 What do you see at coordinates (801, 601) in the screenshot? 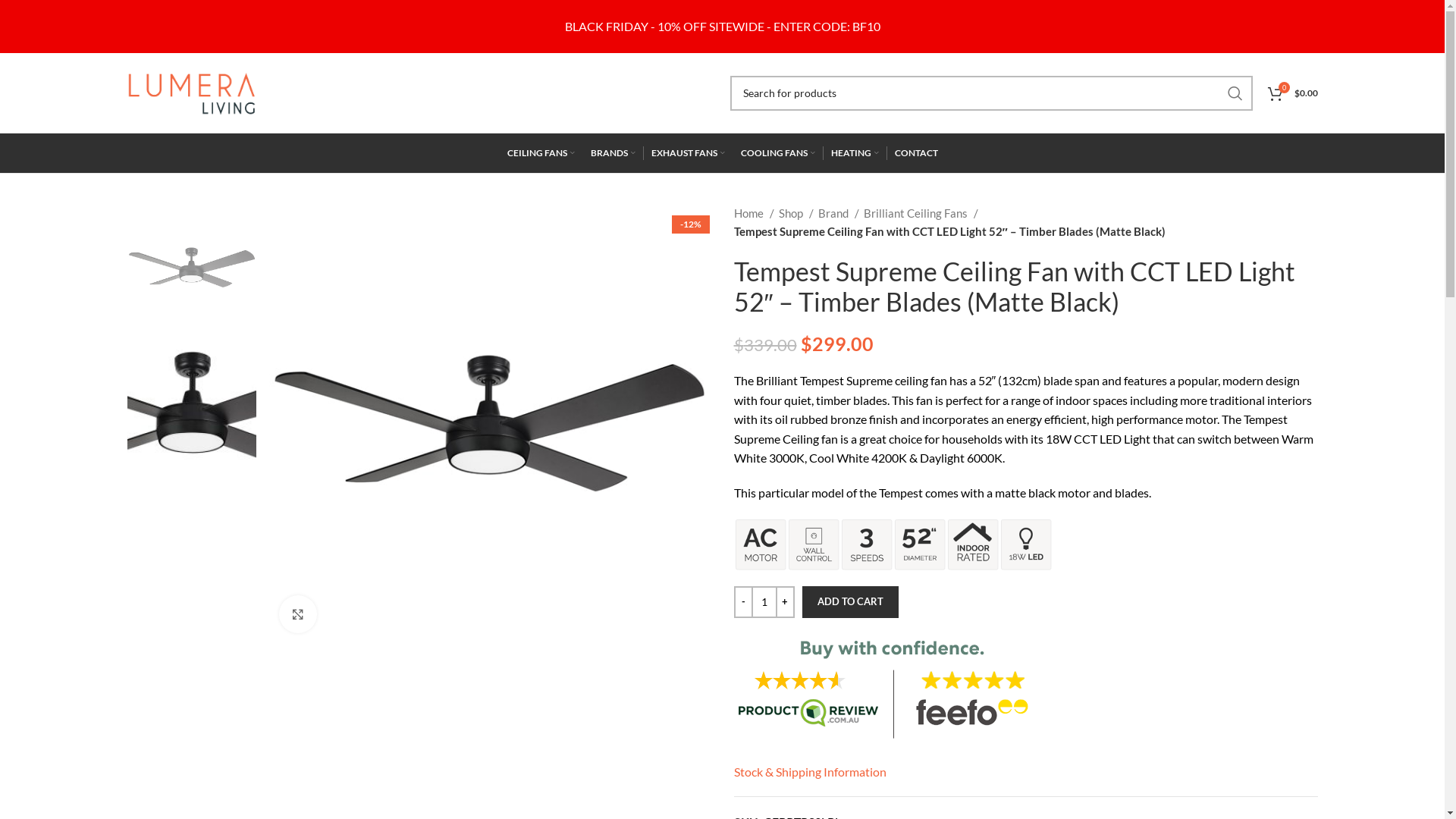
I see `'ADD TO CART'` at bounding box center [801, 601].